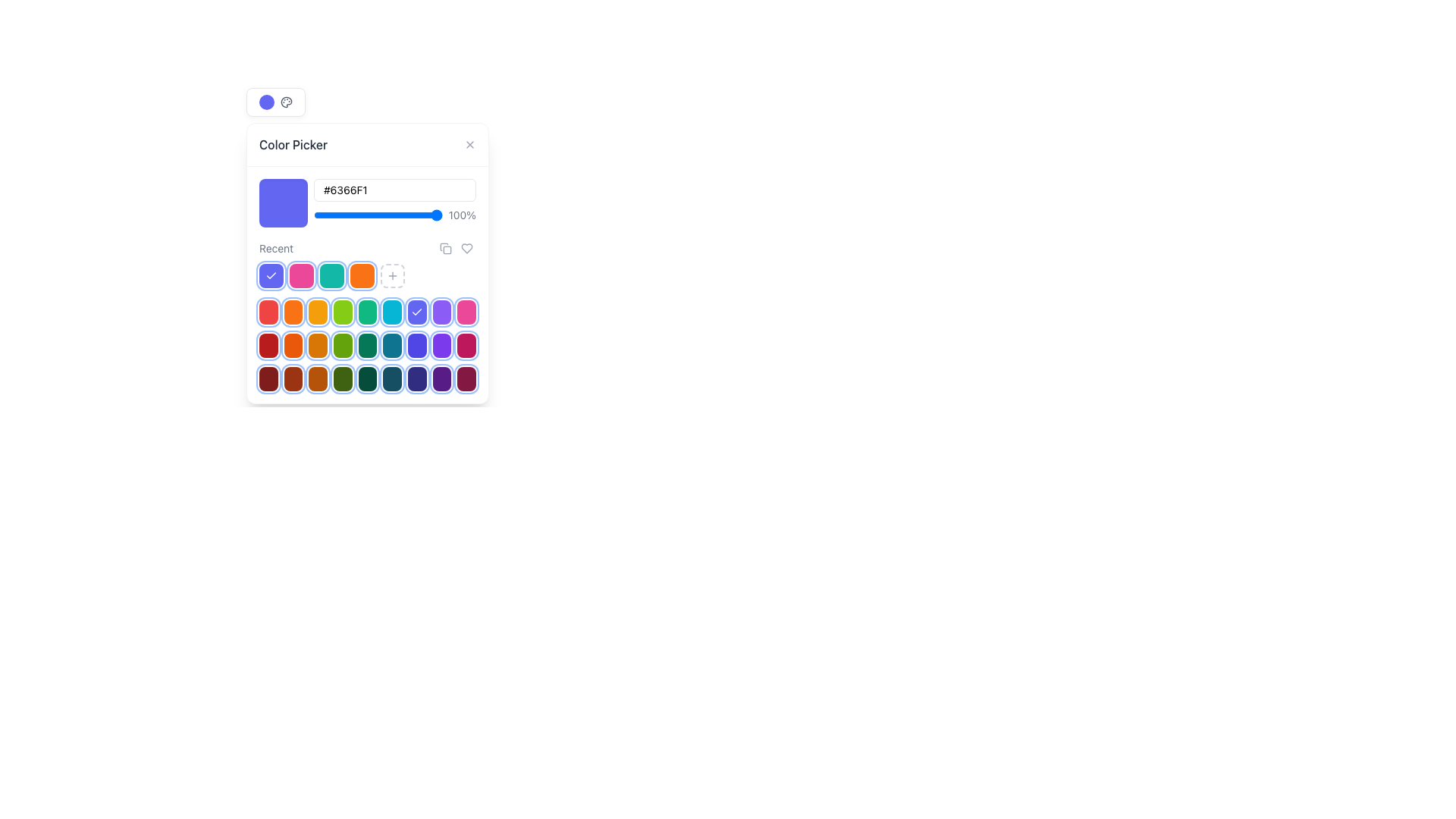  I want to click on the sixth color selection tile in the color picker interface, so click(392, 312).